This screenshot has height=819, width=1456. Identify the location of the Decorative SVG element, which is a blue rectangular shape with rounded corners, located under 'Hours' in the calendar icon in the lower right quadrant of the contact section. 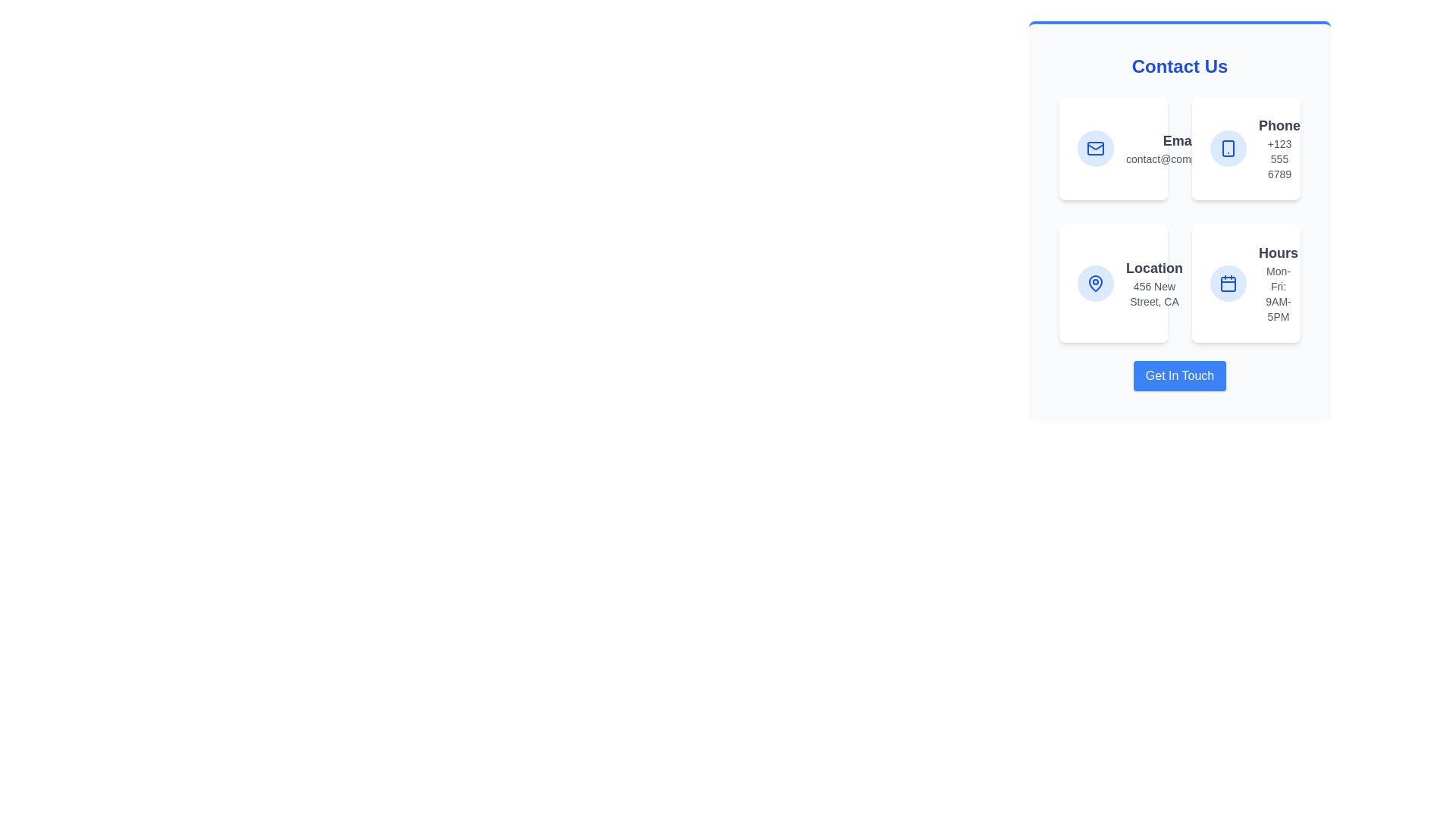
(1228, 284).